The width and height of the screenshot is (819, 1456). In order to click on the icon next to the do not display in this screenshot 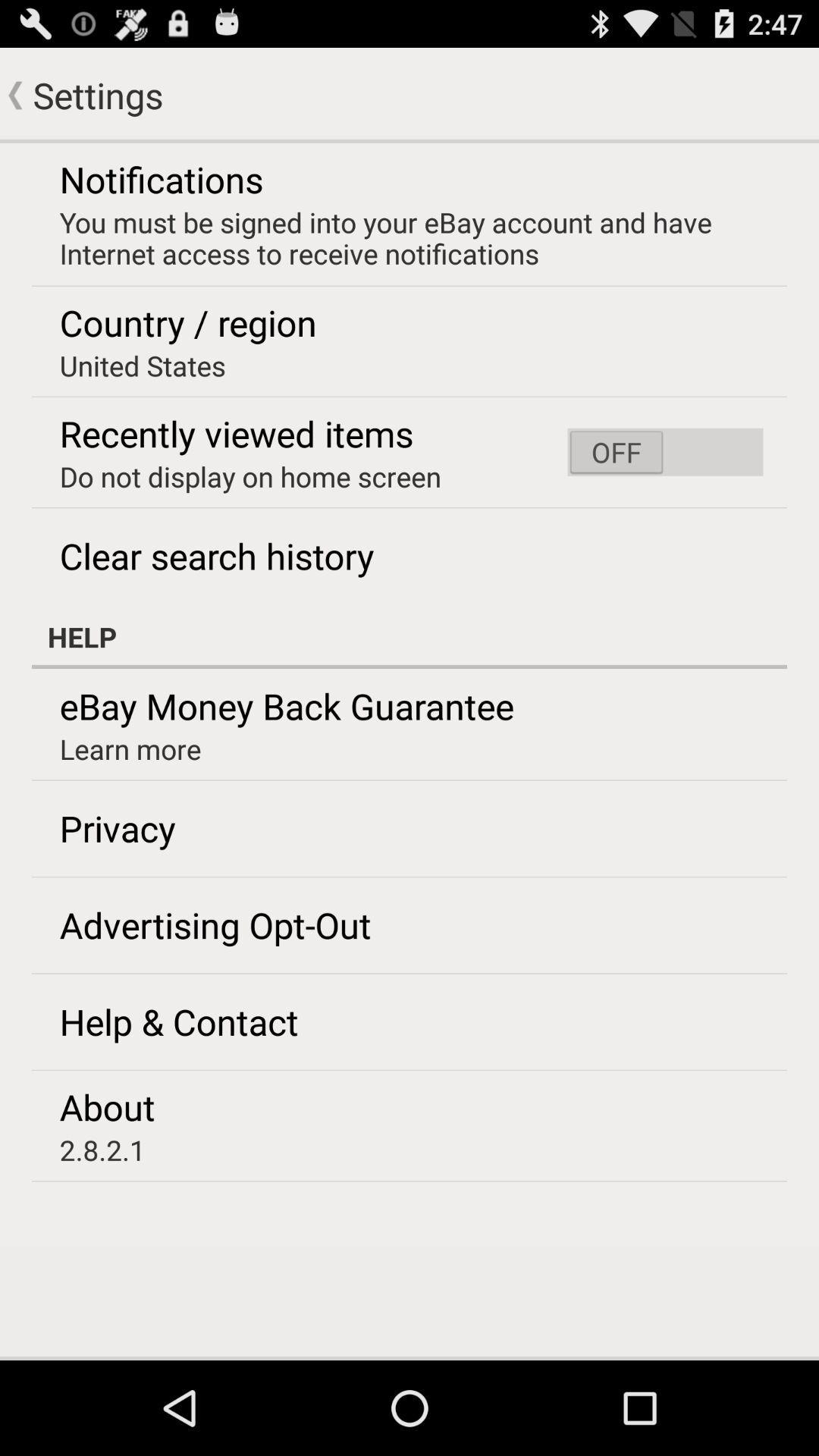, I will do `click(664, 451)`.